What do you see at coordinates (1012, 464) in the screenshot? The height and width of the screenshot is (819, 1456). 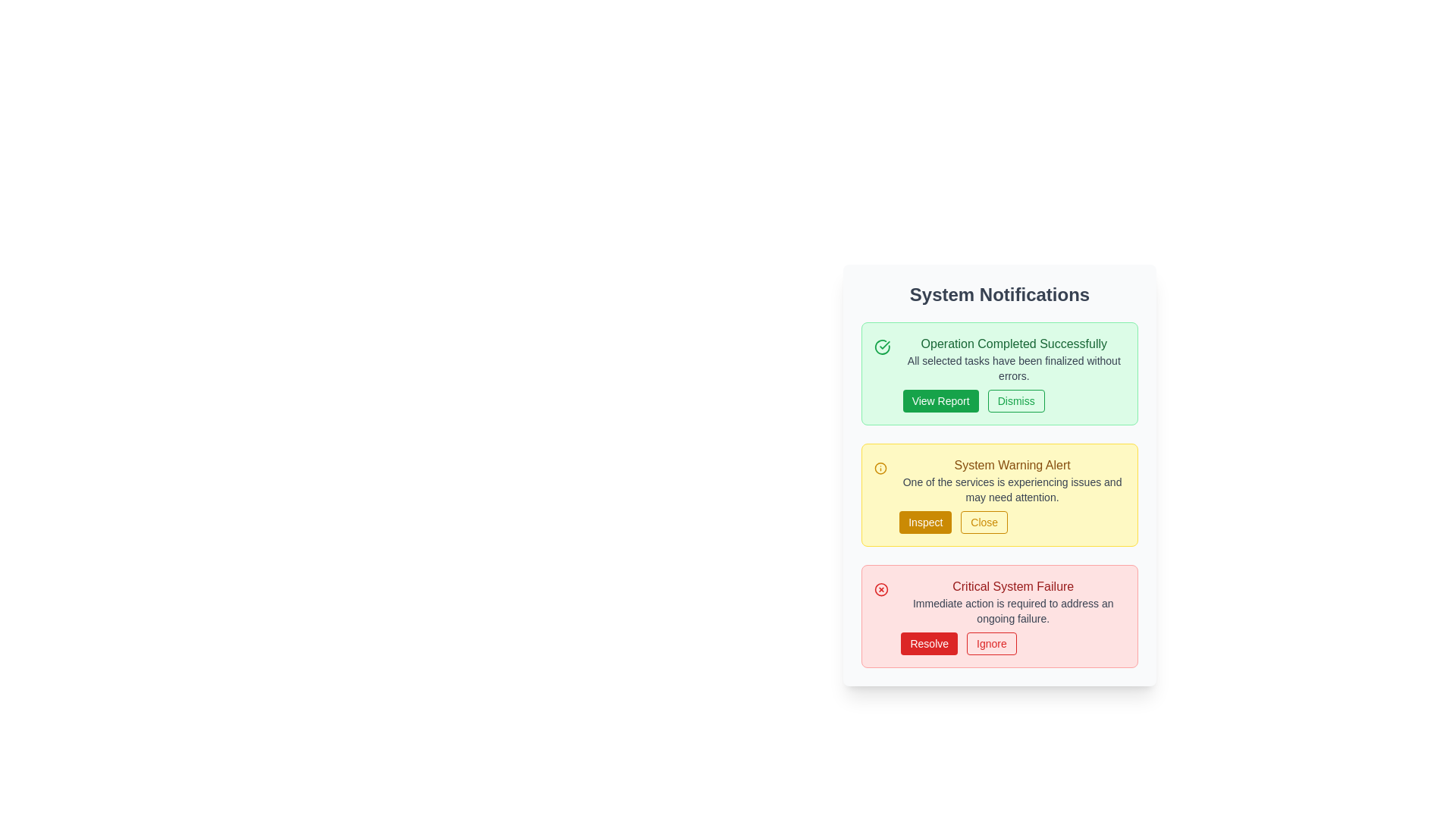 I see `the static text label that serves as the title for the warning notification in the second yellow notification card within the 'System Notifications' panel` at bounding box center [1012, 464].